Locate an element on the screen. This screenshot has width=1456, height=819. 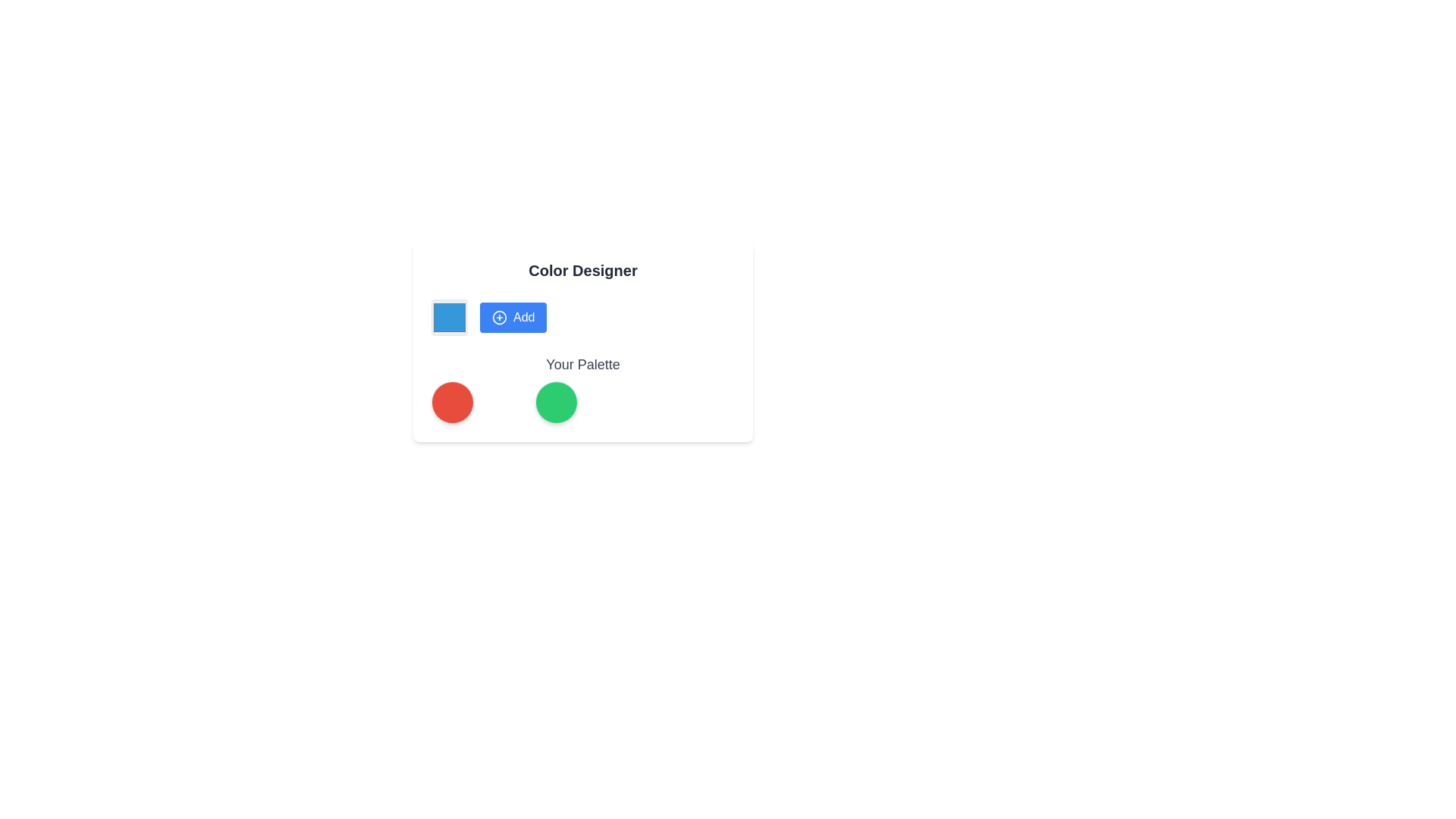
the circular blue 'Add' icon with a plus sign in its center, located near the upper-center part of the 'Color Designer' card is located at coordinates (499, 317).